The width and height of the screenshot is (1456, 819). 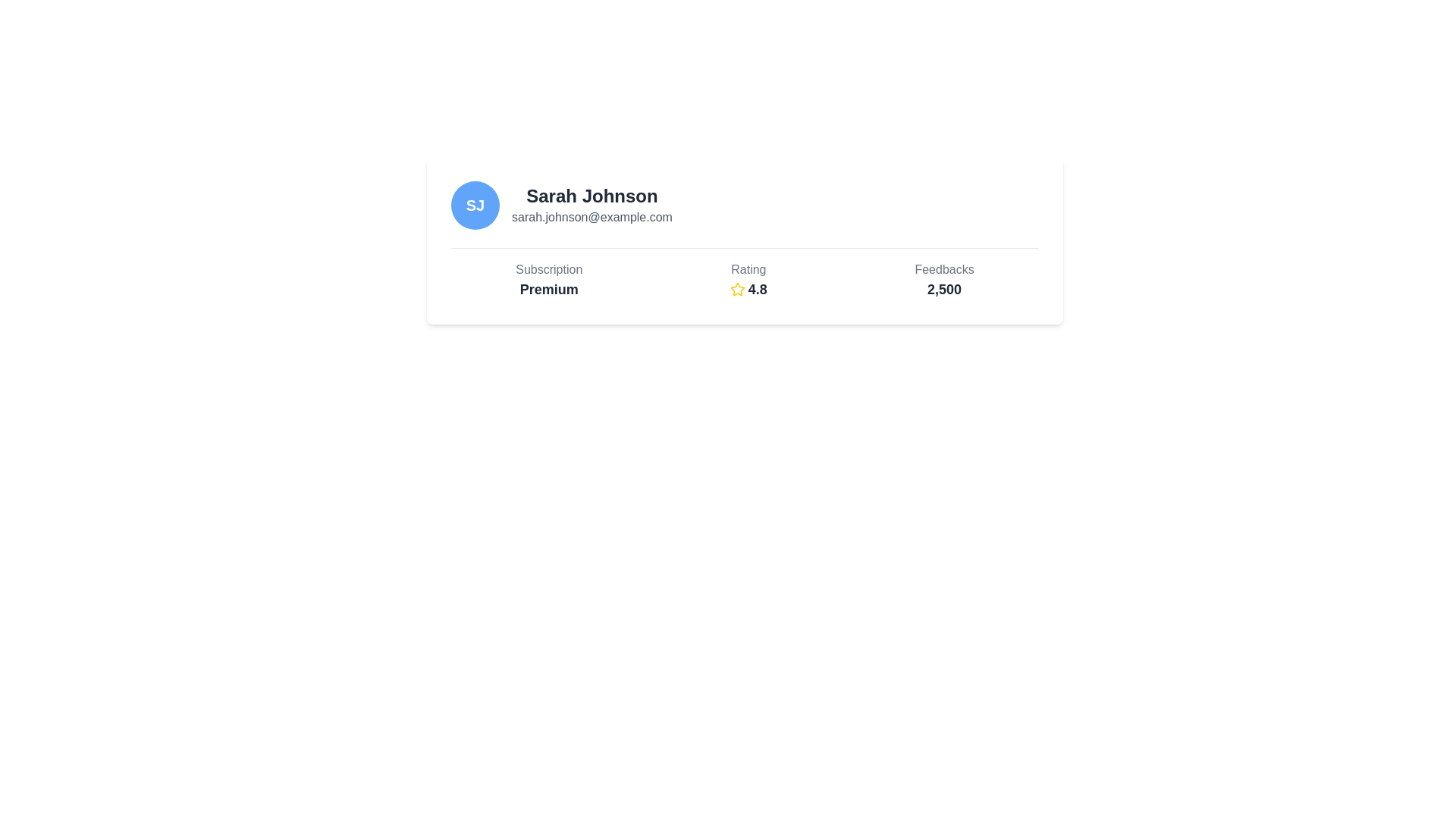 I want to click on the Rating display element, which visually combines a star icon and a numerical value, located in the center column below the 'Rating' label, so click(x=748, y=289).